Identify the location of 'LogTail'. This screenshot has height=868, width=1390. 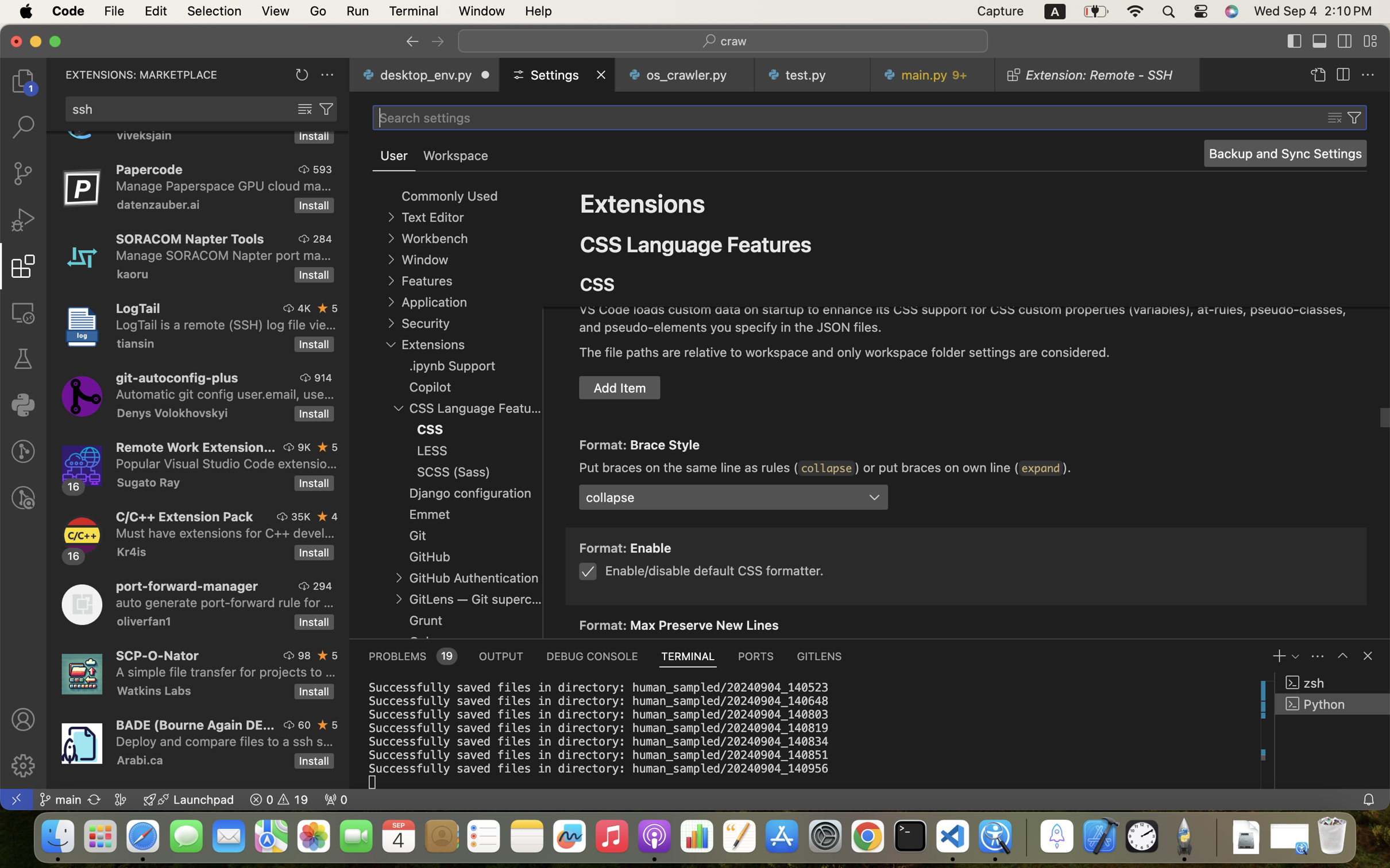
(137, 308).